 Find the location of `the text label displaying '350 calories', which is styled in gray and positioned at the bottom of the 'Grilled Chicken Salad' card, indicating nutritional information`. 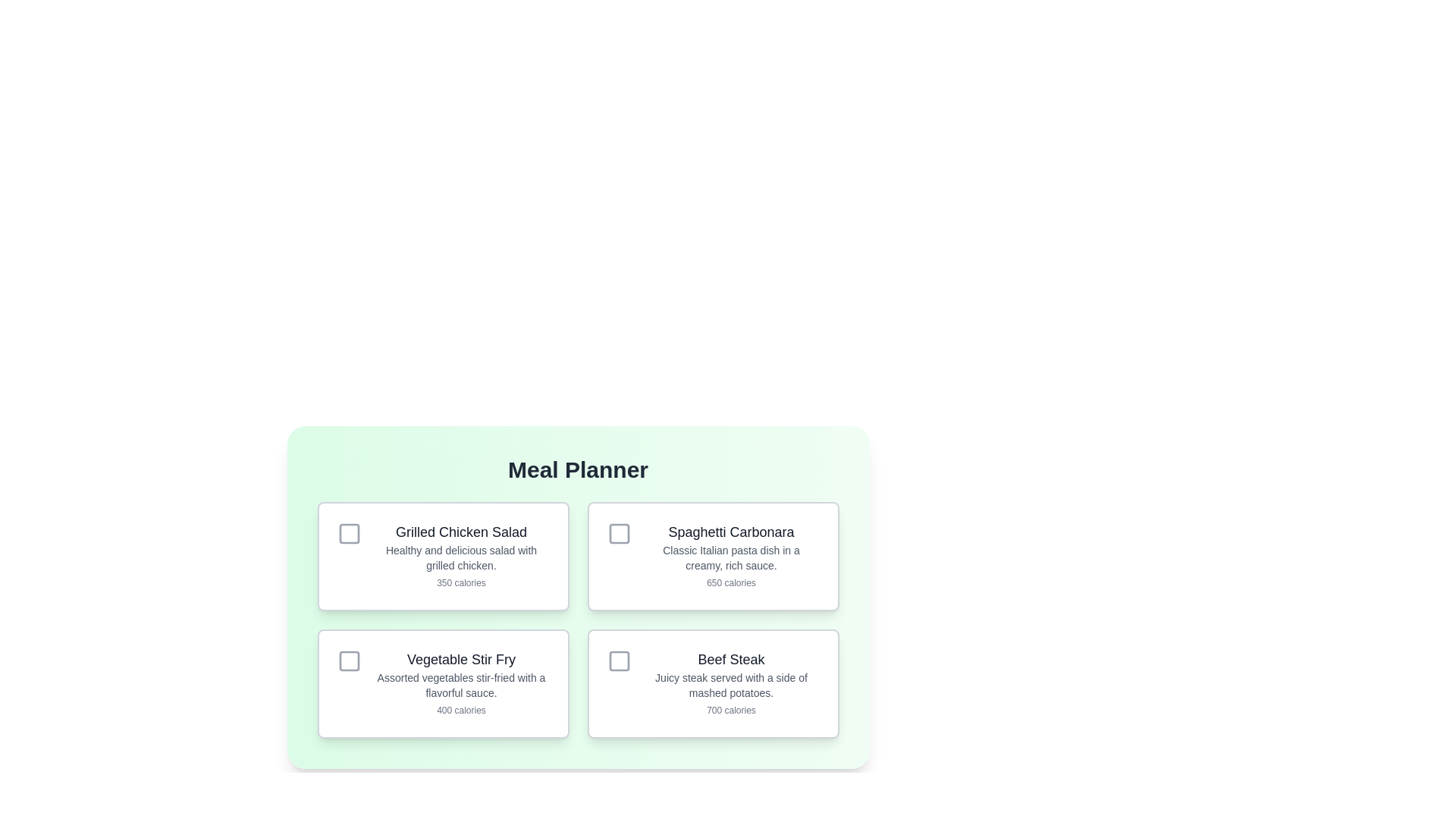

the text label displaying '350 calories', which is styled in gray and positioned at the bottom of the 'Grilled Chicken Salad' card, indicating nutritional information is located at coordinates (460, 582).